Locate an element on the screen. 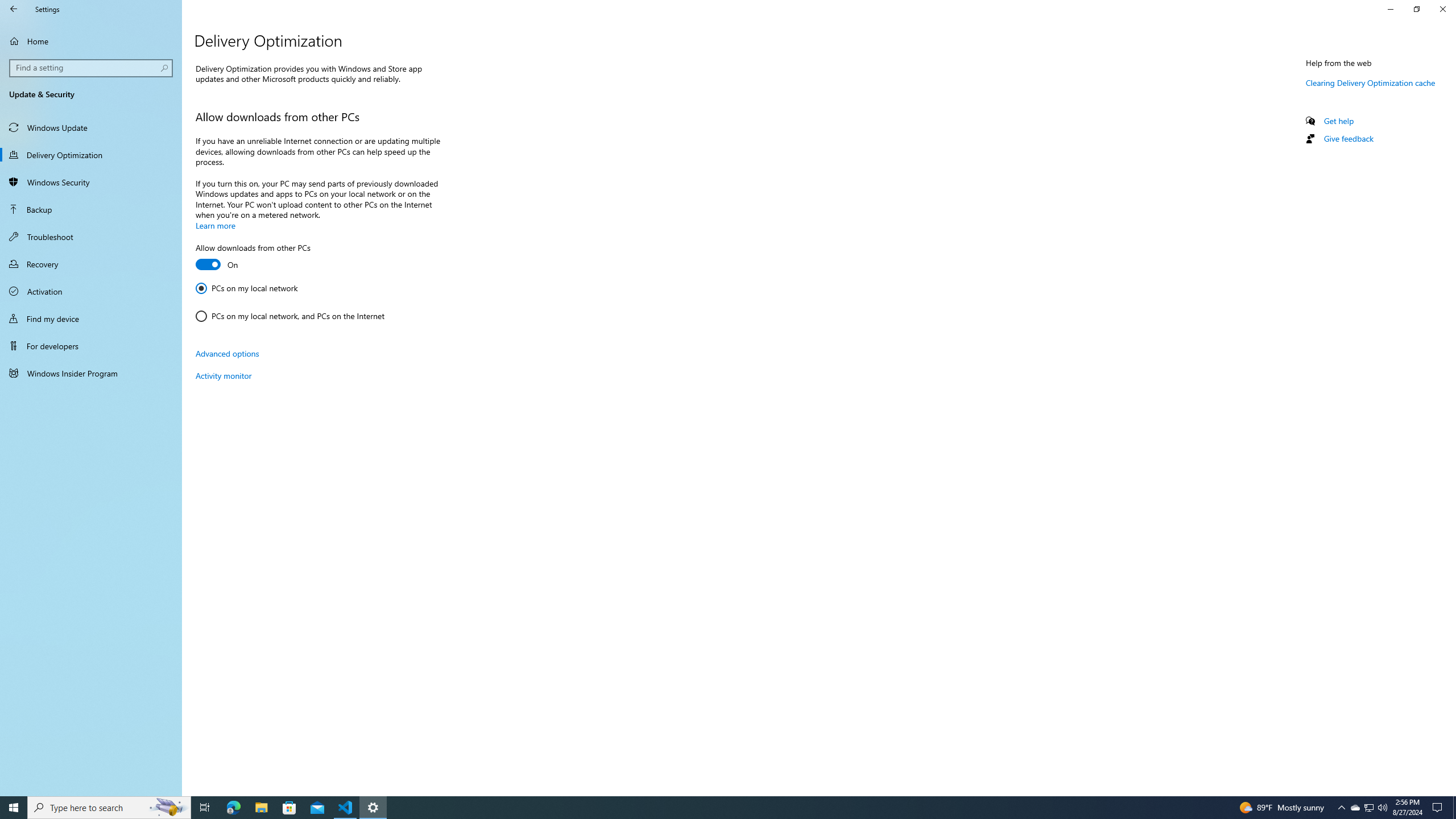 The height and width of the screenshot is (819, 1456). 'Start' is located at coordinates (14, 806).